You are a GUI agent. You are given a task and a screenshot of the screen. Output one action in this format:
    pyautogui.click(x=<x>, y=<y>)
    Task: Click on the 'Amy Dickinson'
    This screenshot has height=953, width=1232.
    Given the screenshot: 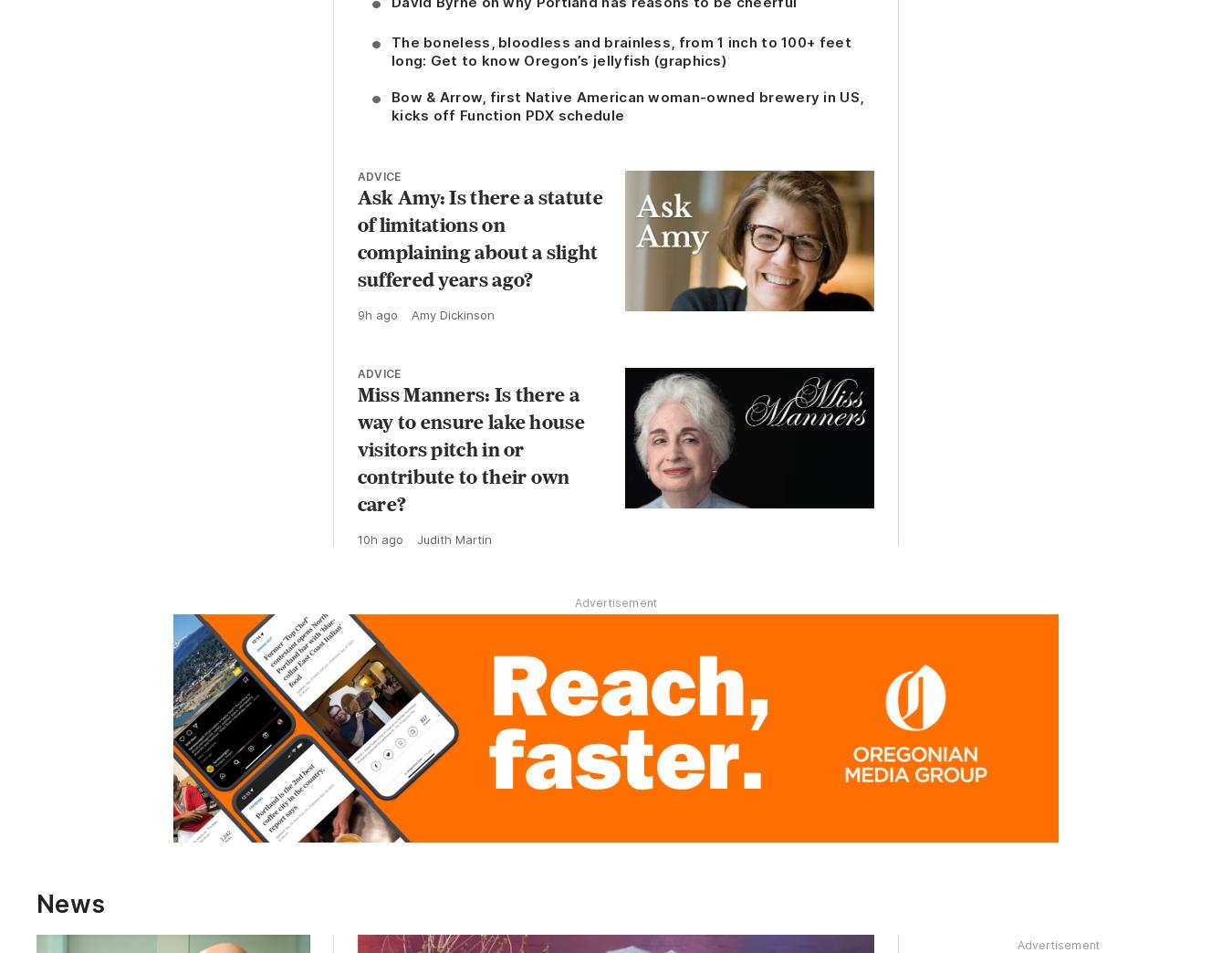 What is the action you would take?
    pyautogui.click(x=451, y=315)
    